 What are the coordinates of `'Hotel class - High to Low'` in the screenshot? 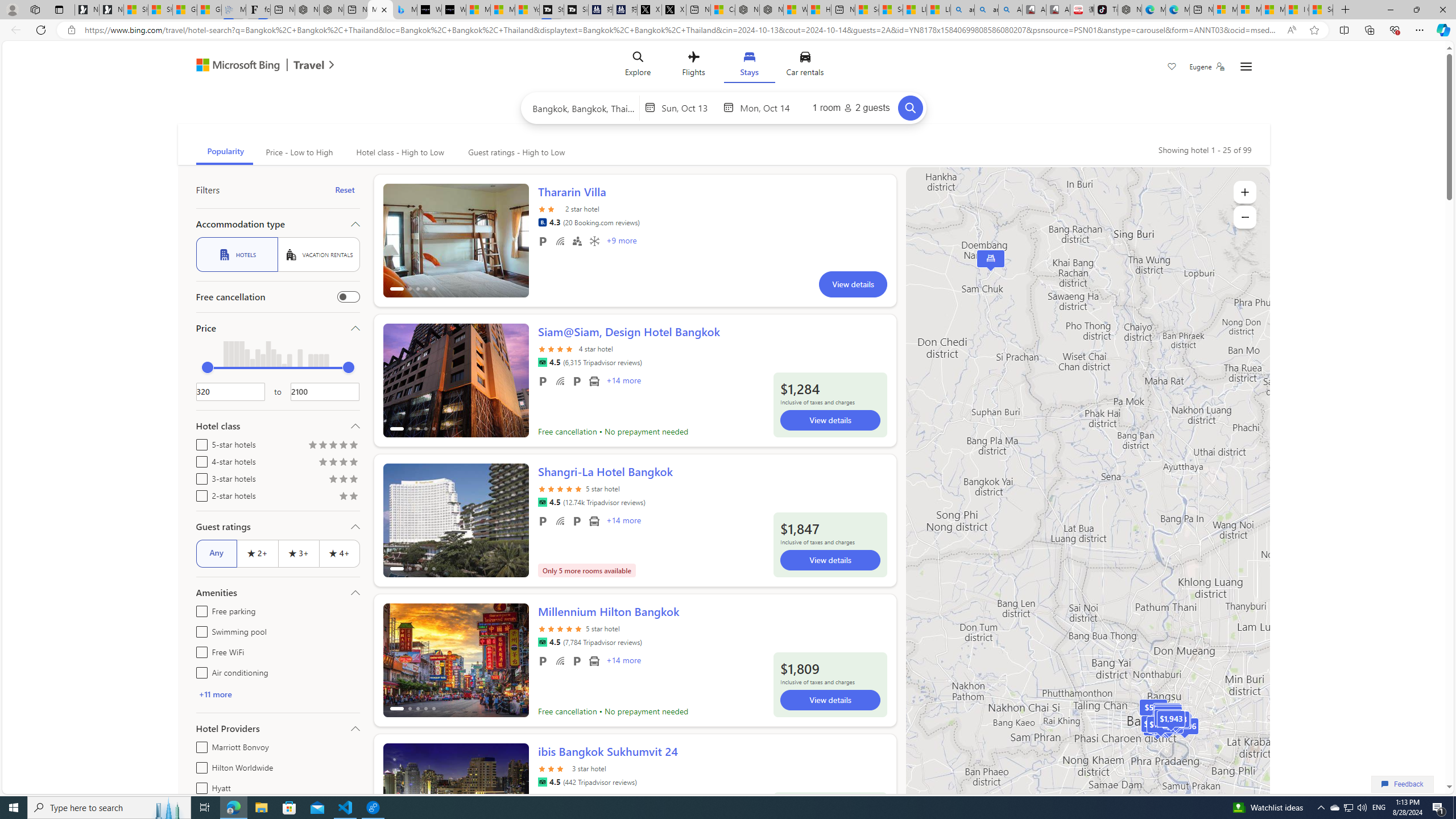 It's located at (399, 152).